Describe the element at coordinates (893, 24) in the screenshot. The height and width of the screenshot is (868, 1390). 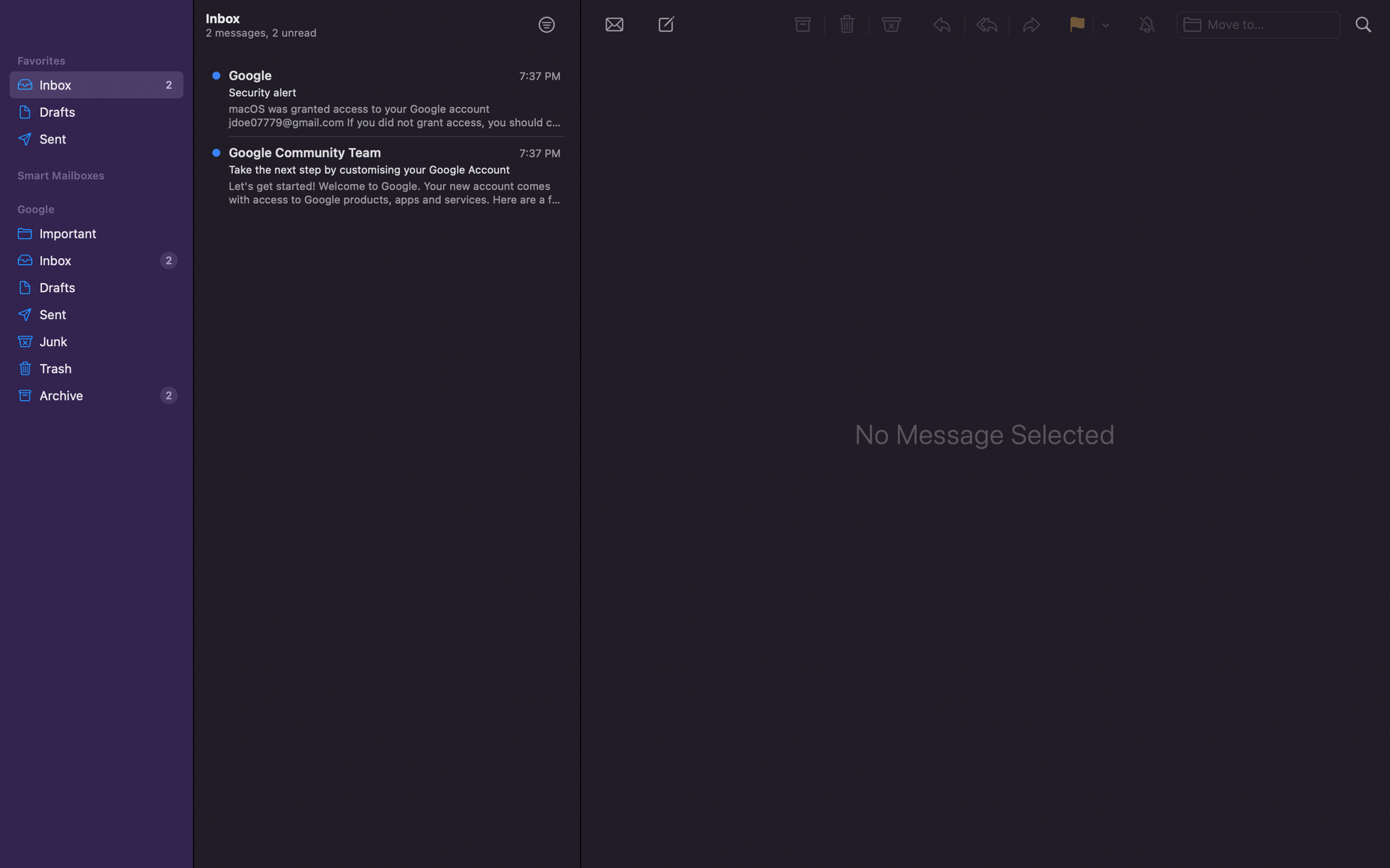
I see `Shift the picked mail to the spam section` at that location.